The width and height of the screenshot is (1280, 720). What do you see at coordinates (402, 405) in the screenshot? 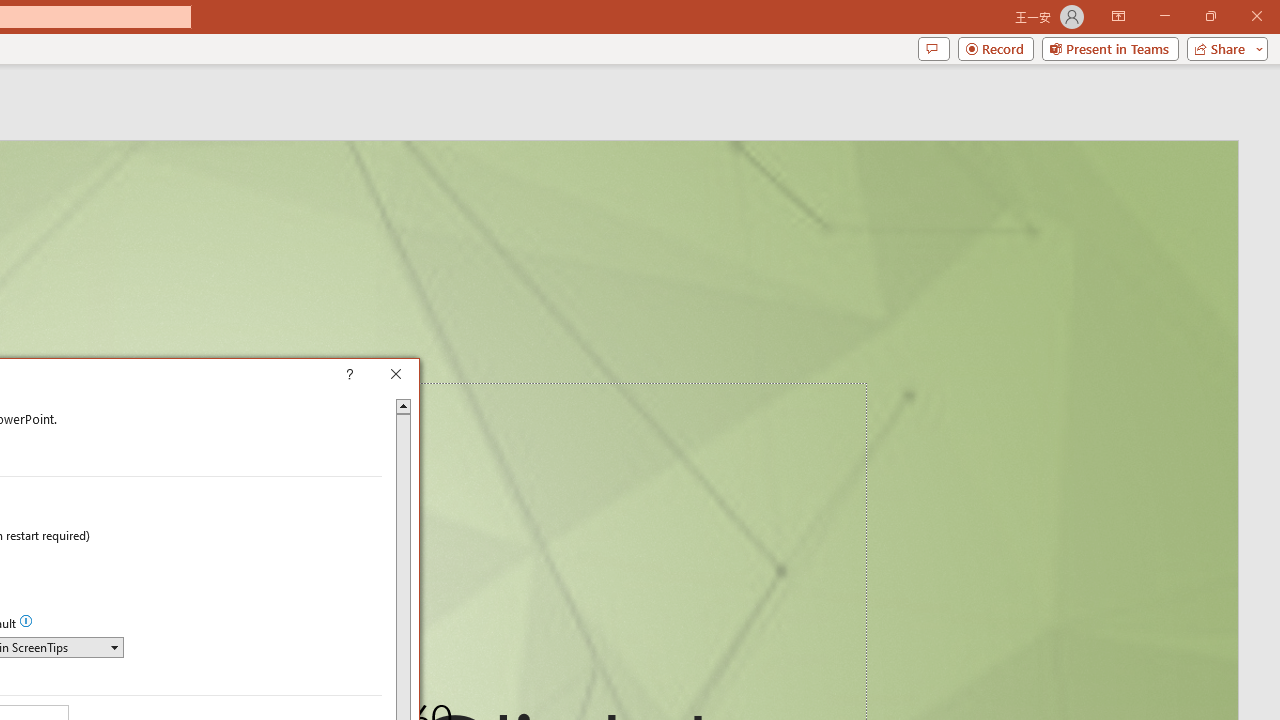
I see `'Line up'` at bounding box center [402, 405].